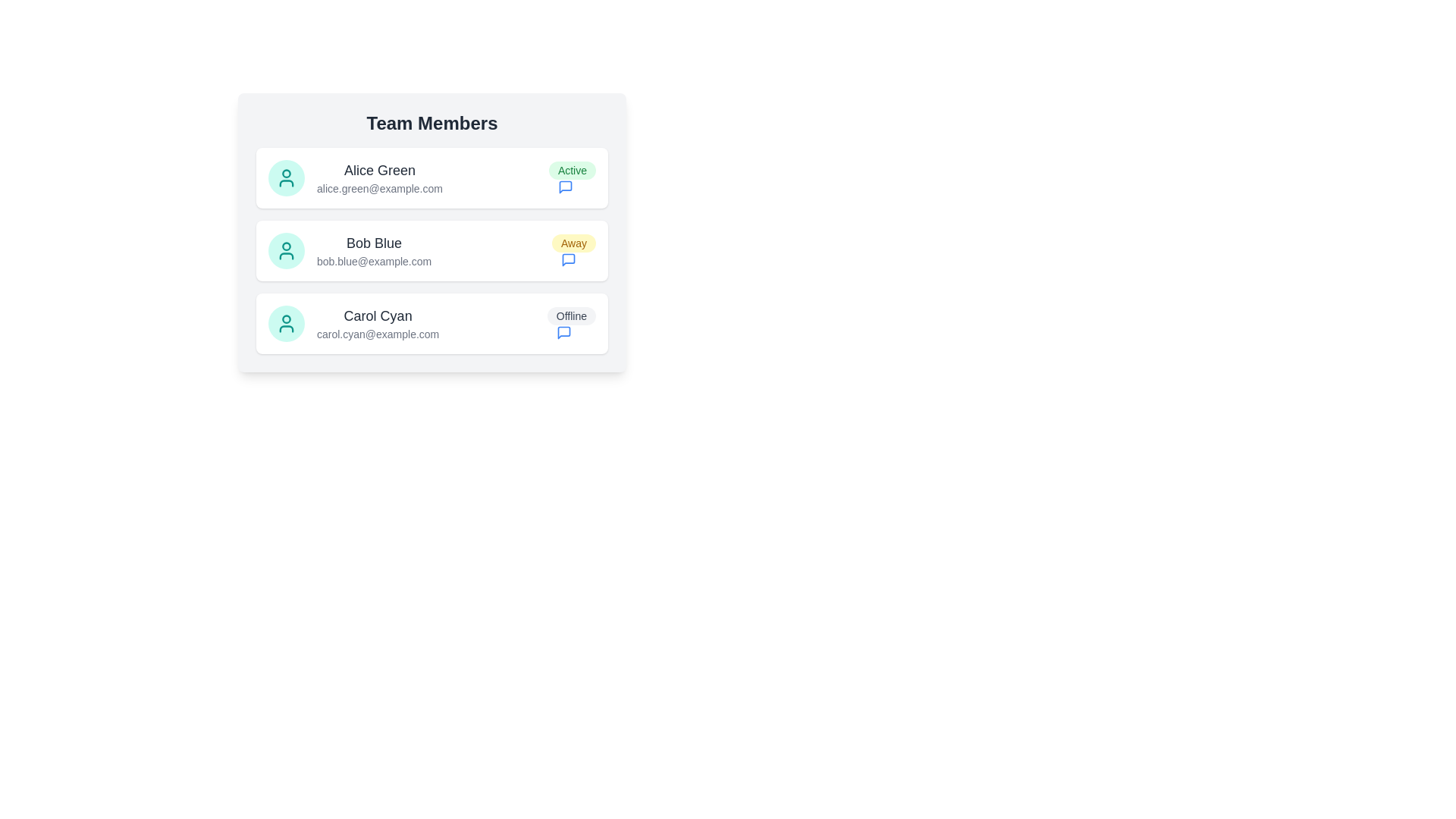  Describe the element at coordinates (374, 250) in the screenshot. I see `the text display element showing 'Bob Blue' and 'bob.blue@example.com' located in the middle entry of the 'Team Members' list` at that location.